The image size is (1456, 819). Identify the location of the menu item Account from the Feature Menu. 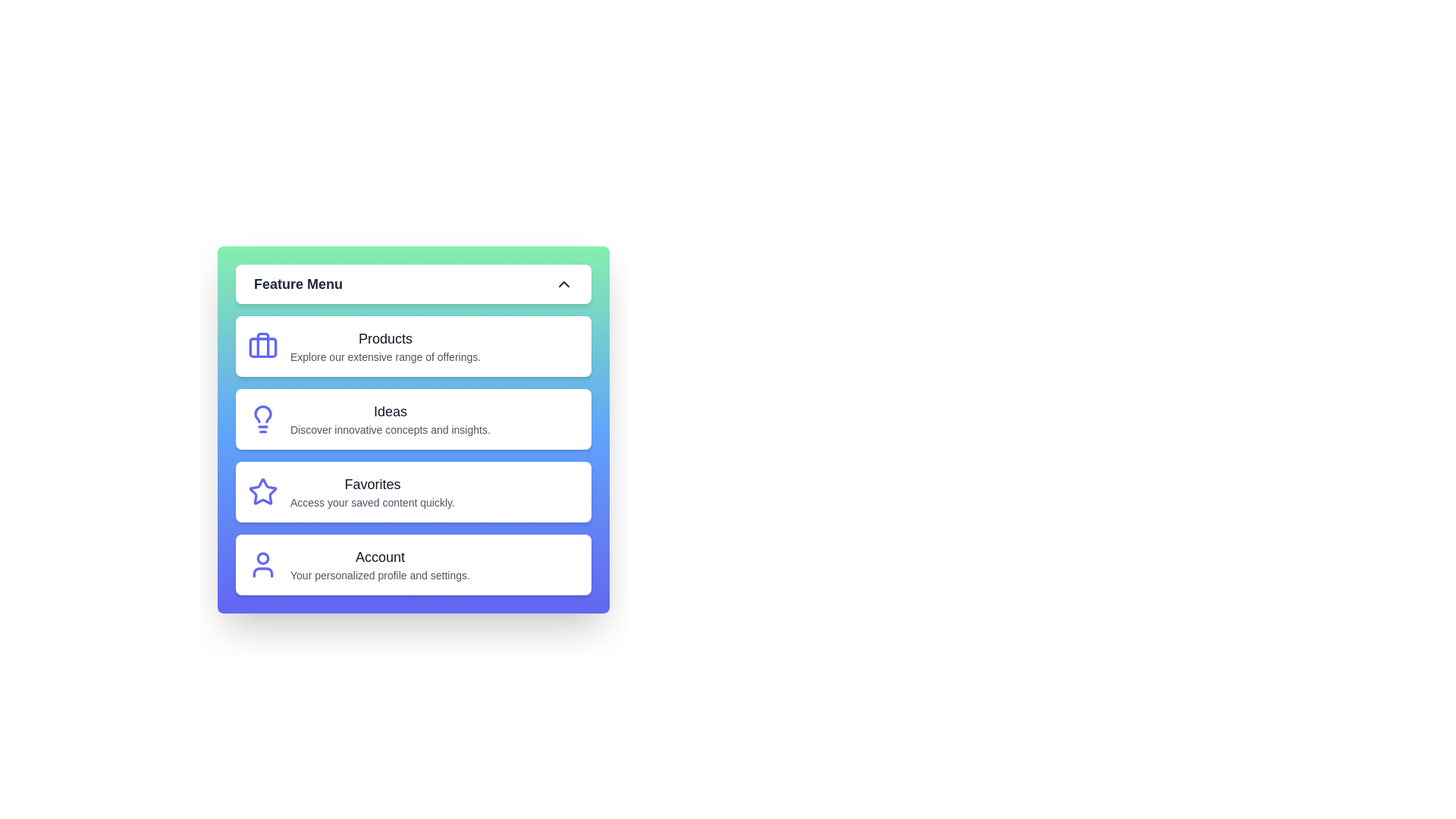
(413, 564).